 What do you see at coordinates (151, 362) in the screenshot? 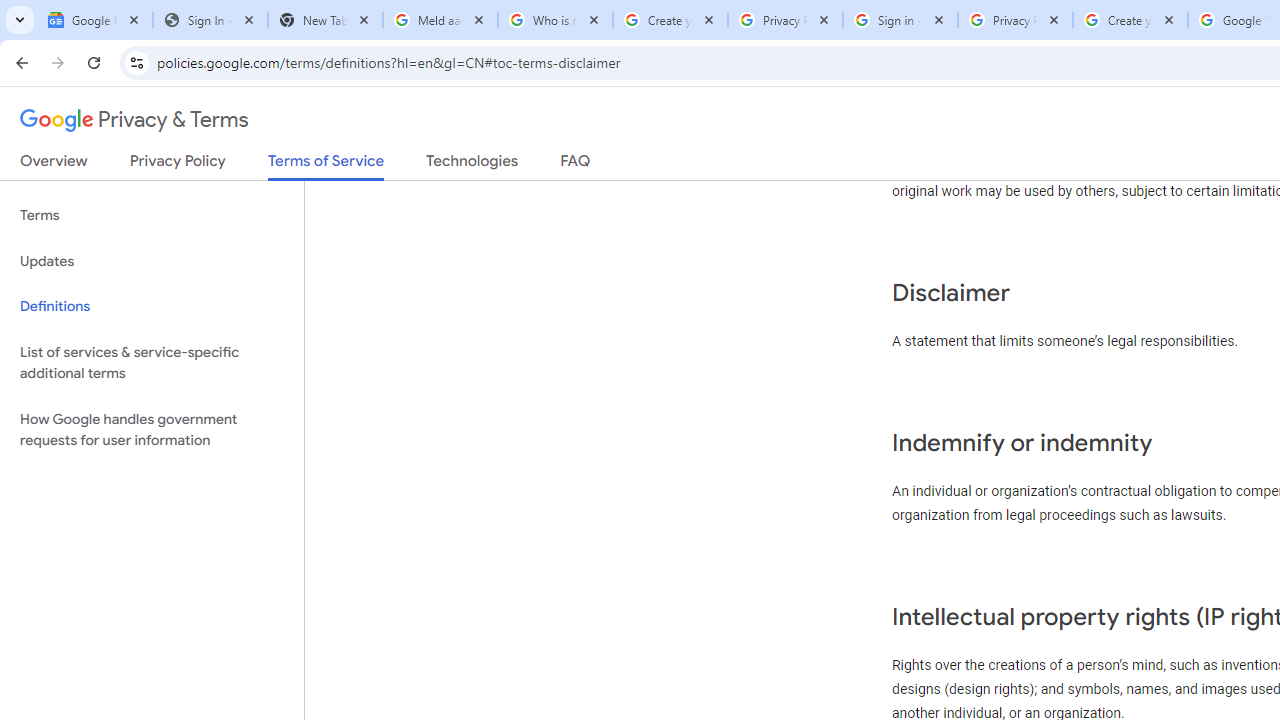
I see `'List of services & service-specific additional terms'` at bounding box center [151, 362].